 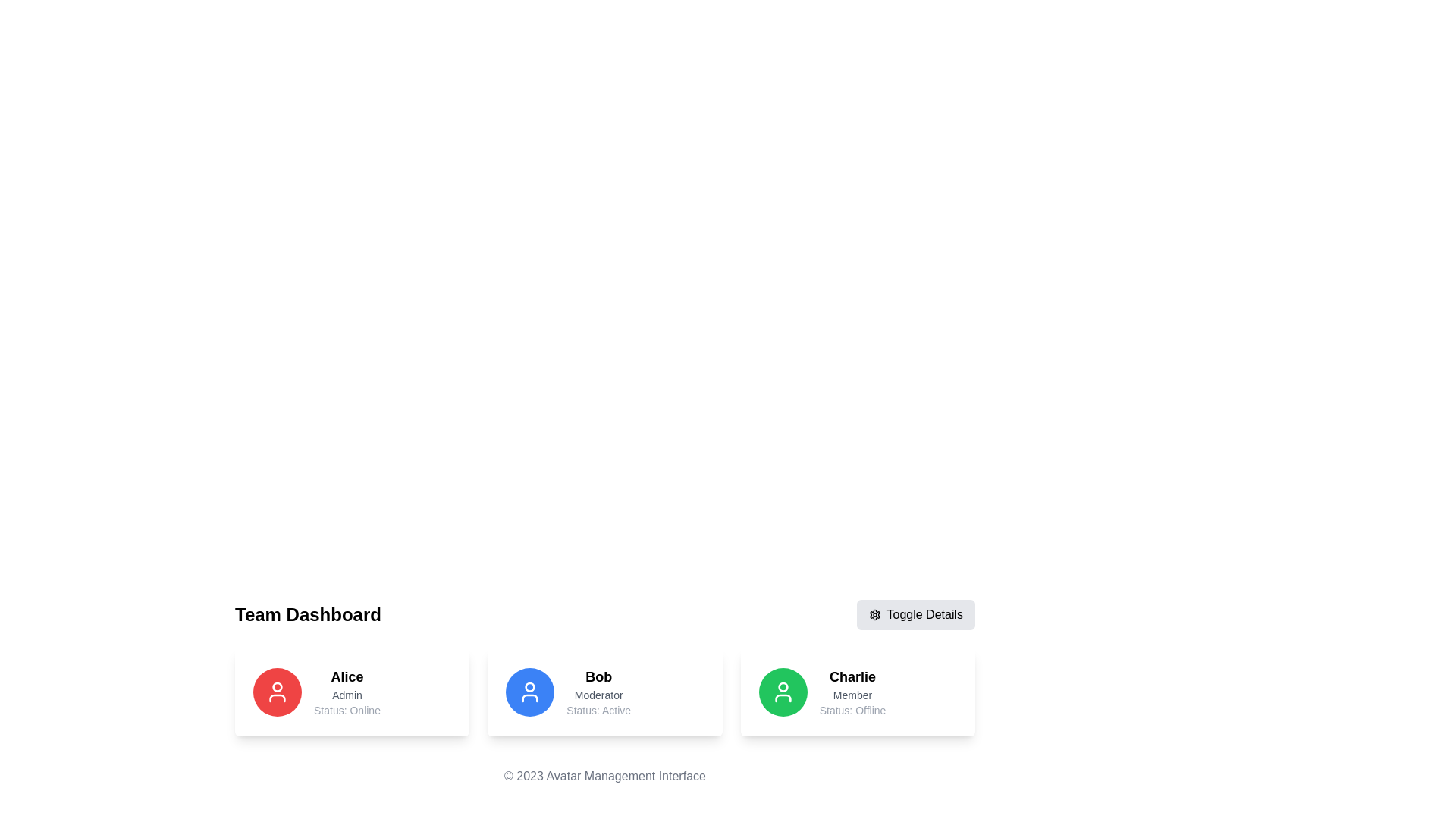 What do you see at coordinates (915, 614) in the screenshot?
I see `the button that toggles the visibility of additional content related to the 'Team Dashboard'` at bounding box center [915, 614].